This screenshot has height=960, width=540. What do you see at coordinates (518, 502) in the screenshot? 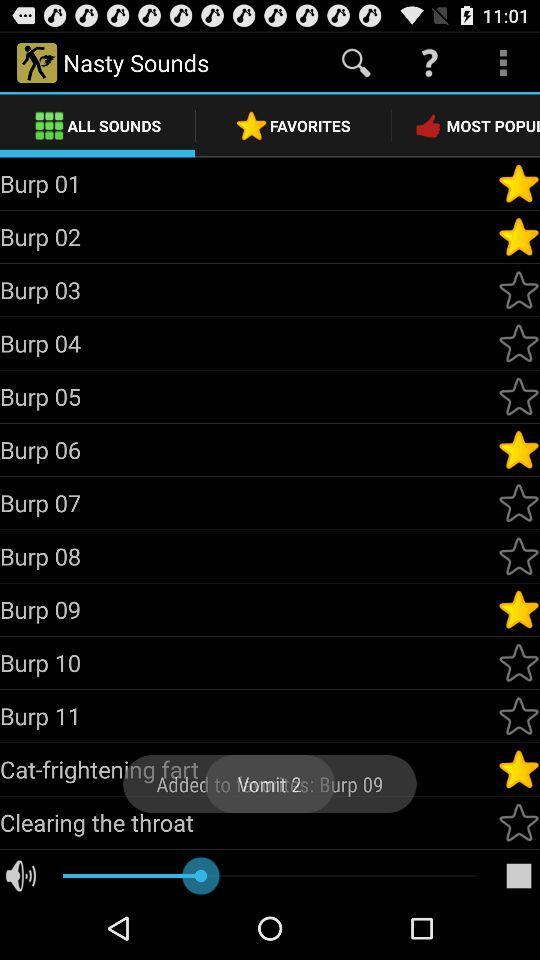
I see `burp 7` at bounding box center [518, 502].